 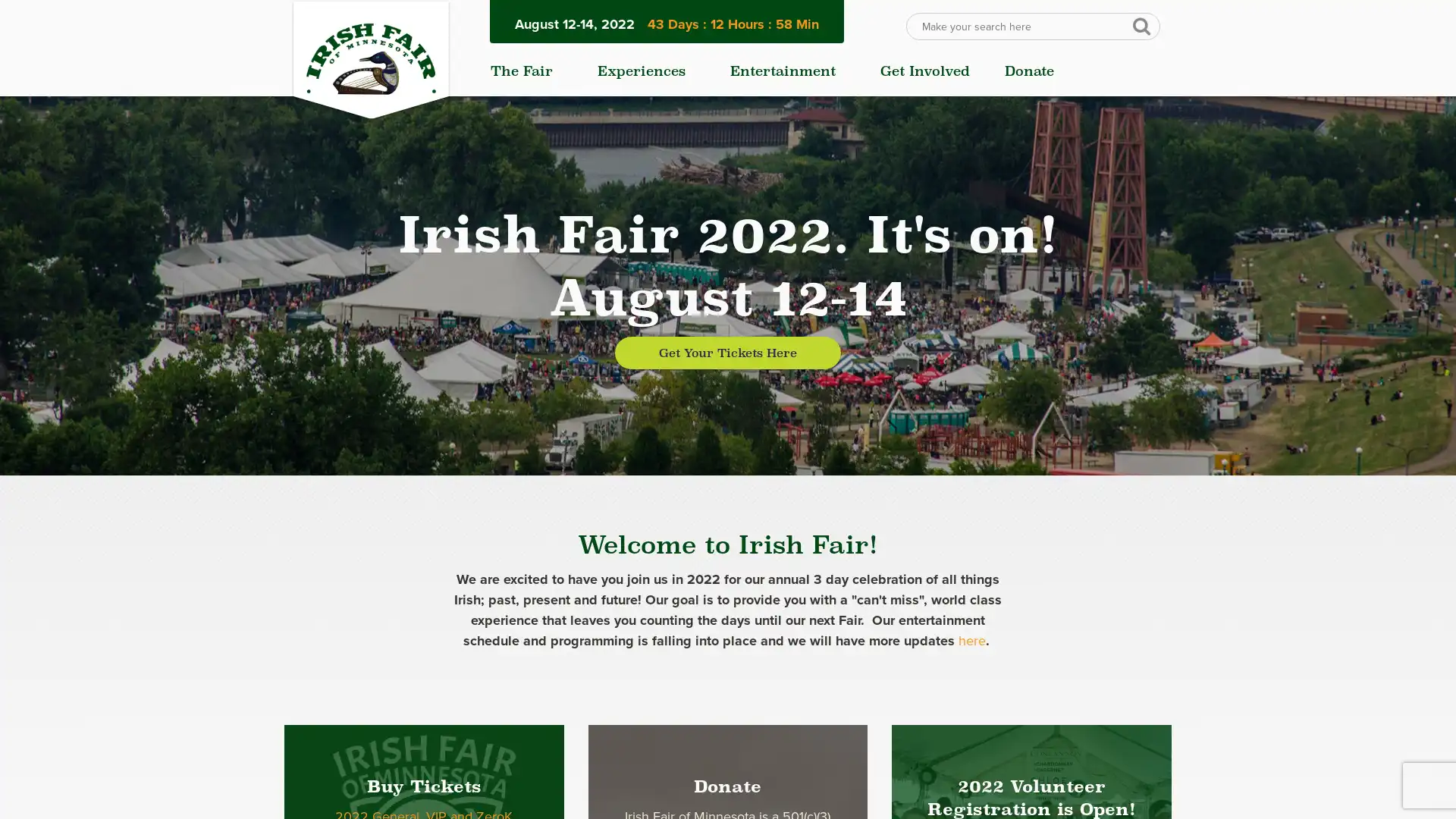 I want to click on Go, so click(x=1141, y=25).